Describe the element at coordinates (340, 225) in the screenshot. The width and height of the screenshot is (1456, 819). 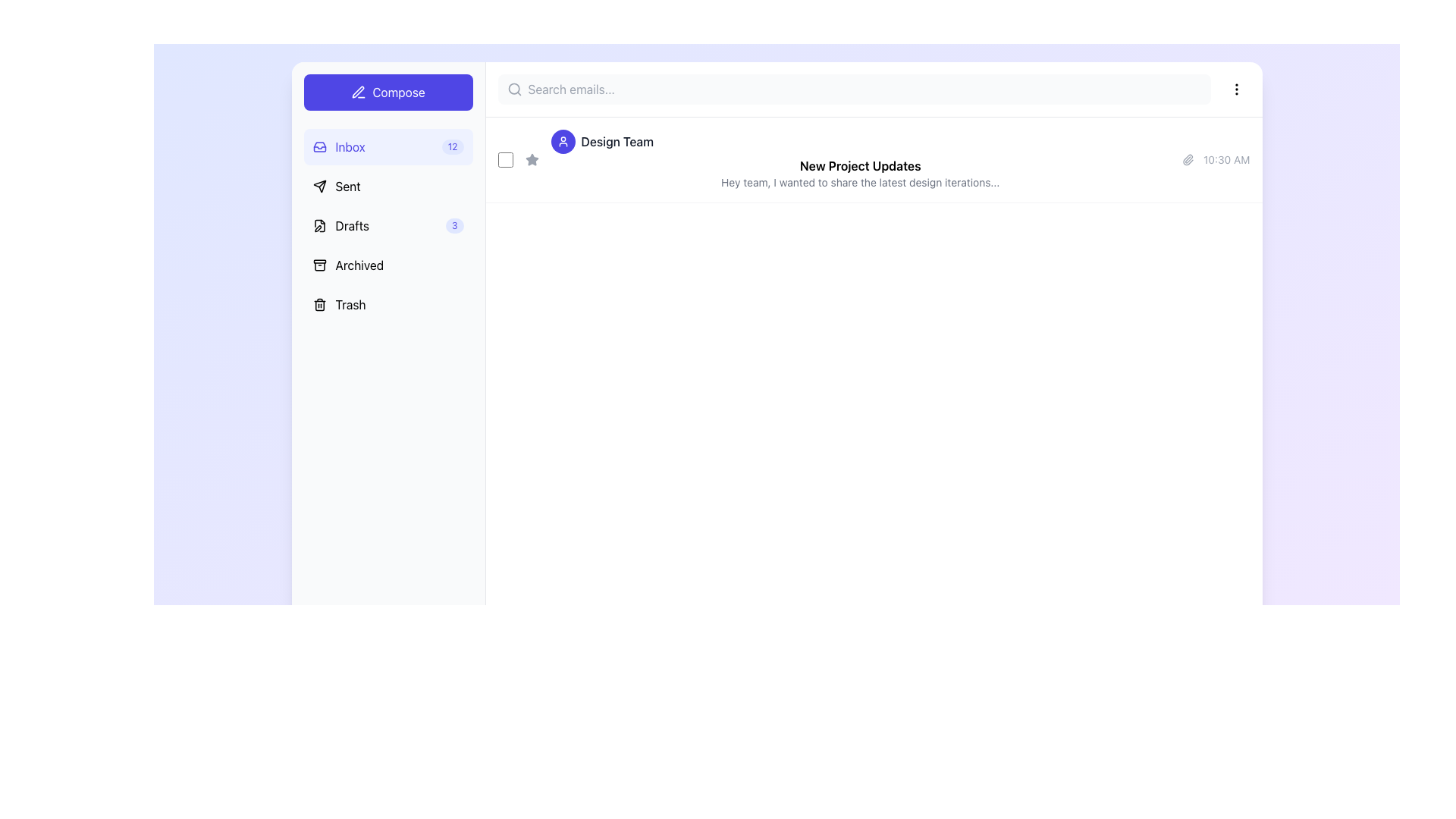
I see `the 'Drafts' navigation menu item located in the left-side navigation panel, positioned directly below 'Sent' and above 'Archived'` at that location.